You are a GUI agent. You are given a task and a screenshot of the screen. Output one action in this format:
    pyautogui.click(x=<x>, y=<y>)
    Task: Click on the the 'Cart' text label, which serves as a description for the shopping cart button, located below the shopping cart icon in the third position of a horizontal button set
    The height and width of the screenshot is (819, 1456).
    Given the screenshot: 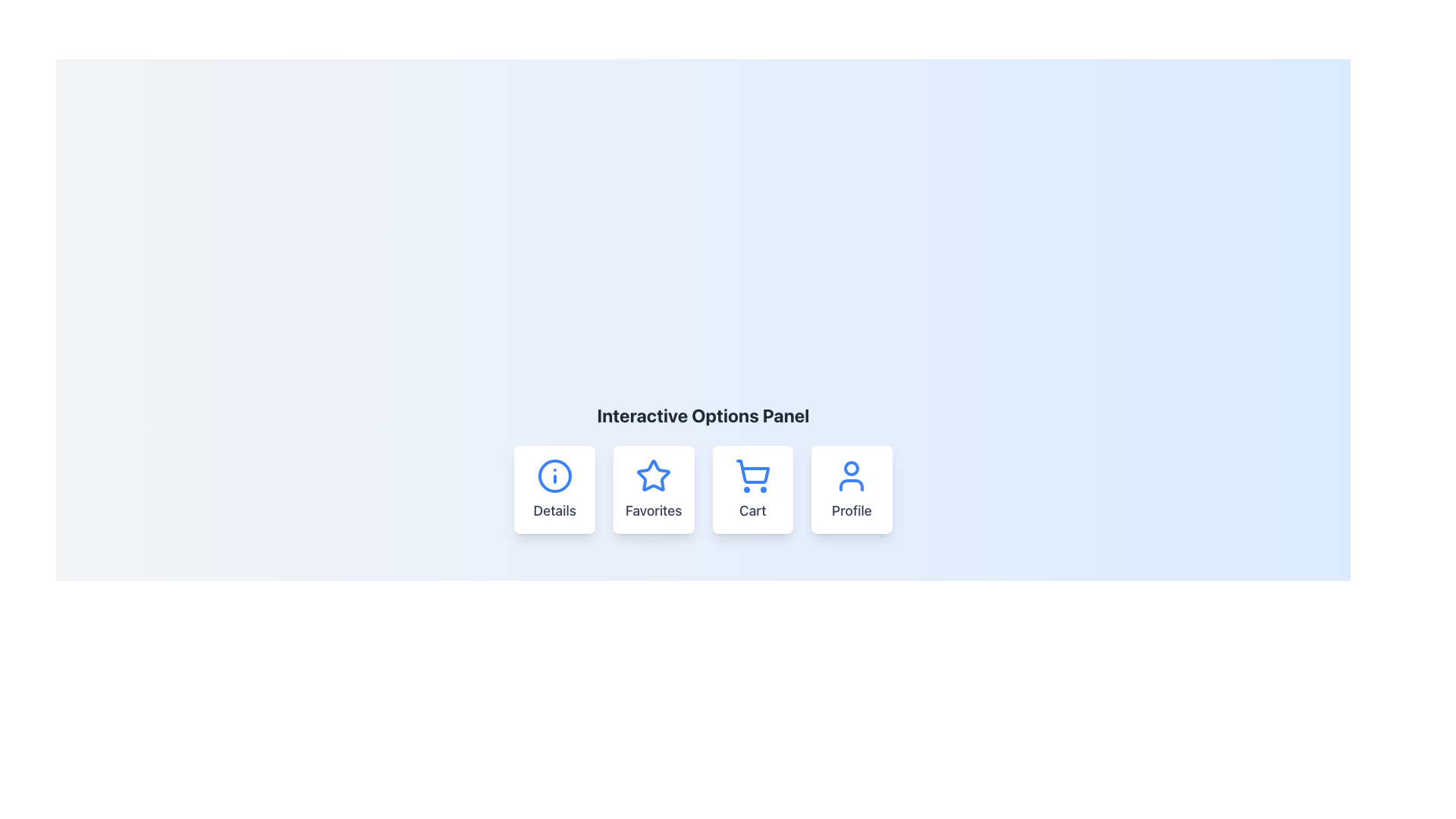 What is the action you would take?
    pyautogui.click(x=752, y=511)
    